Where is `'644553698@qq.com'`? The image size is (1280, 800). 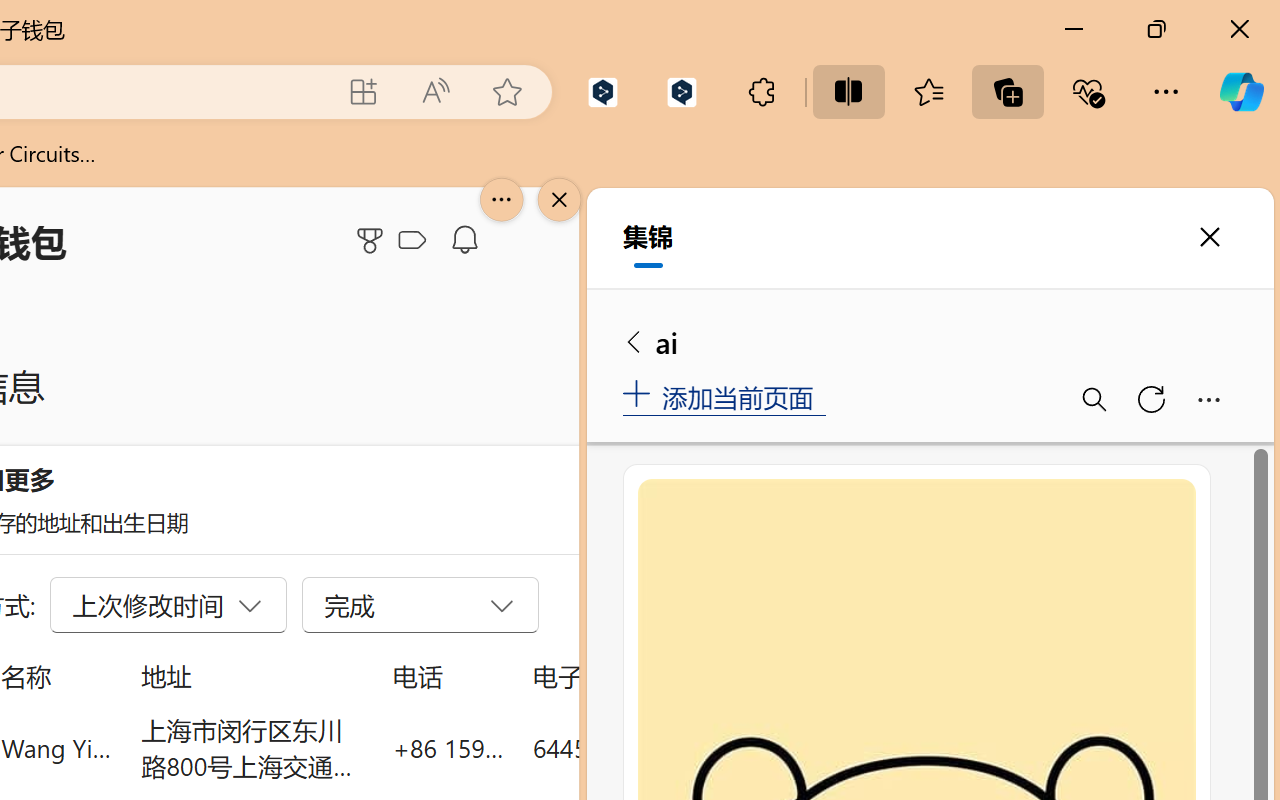
'644553698@qq.com' is located at coordinates (644, 747).